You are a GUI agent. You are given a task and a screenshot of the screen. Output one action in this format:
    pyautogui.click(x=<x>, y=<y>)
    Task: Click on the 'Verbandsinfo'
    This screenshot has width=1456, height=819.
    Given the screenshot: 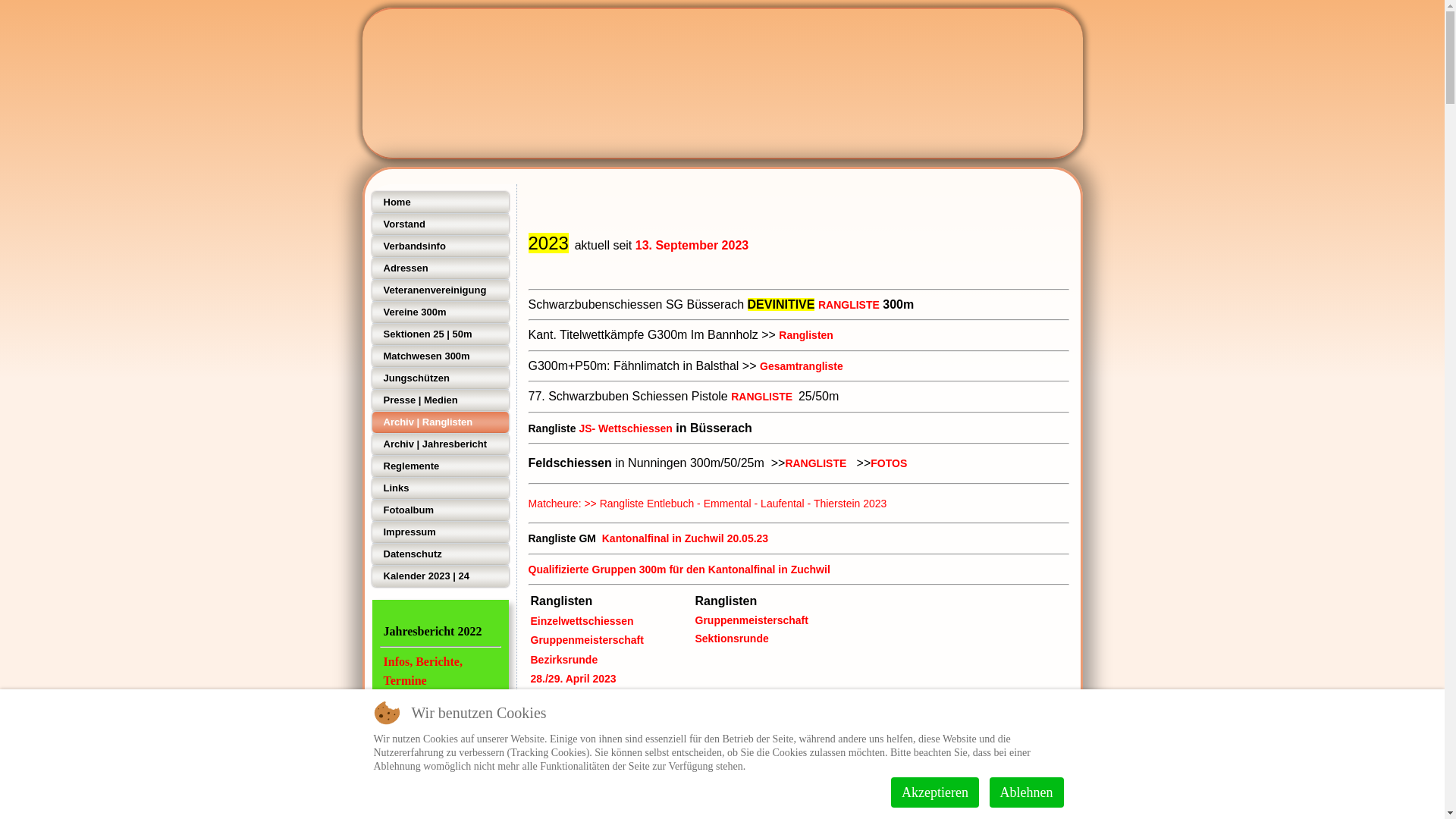 What is the action you would take?
    pyautogui.click(x=439, y=245)
    